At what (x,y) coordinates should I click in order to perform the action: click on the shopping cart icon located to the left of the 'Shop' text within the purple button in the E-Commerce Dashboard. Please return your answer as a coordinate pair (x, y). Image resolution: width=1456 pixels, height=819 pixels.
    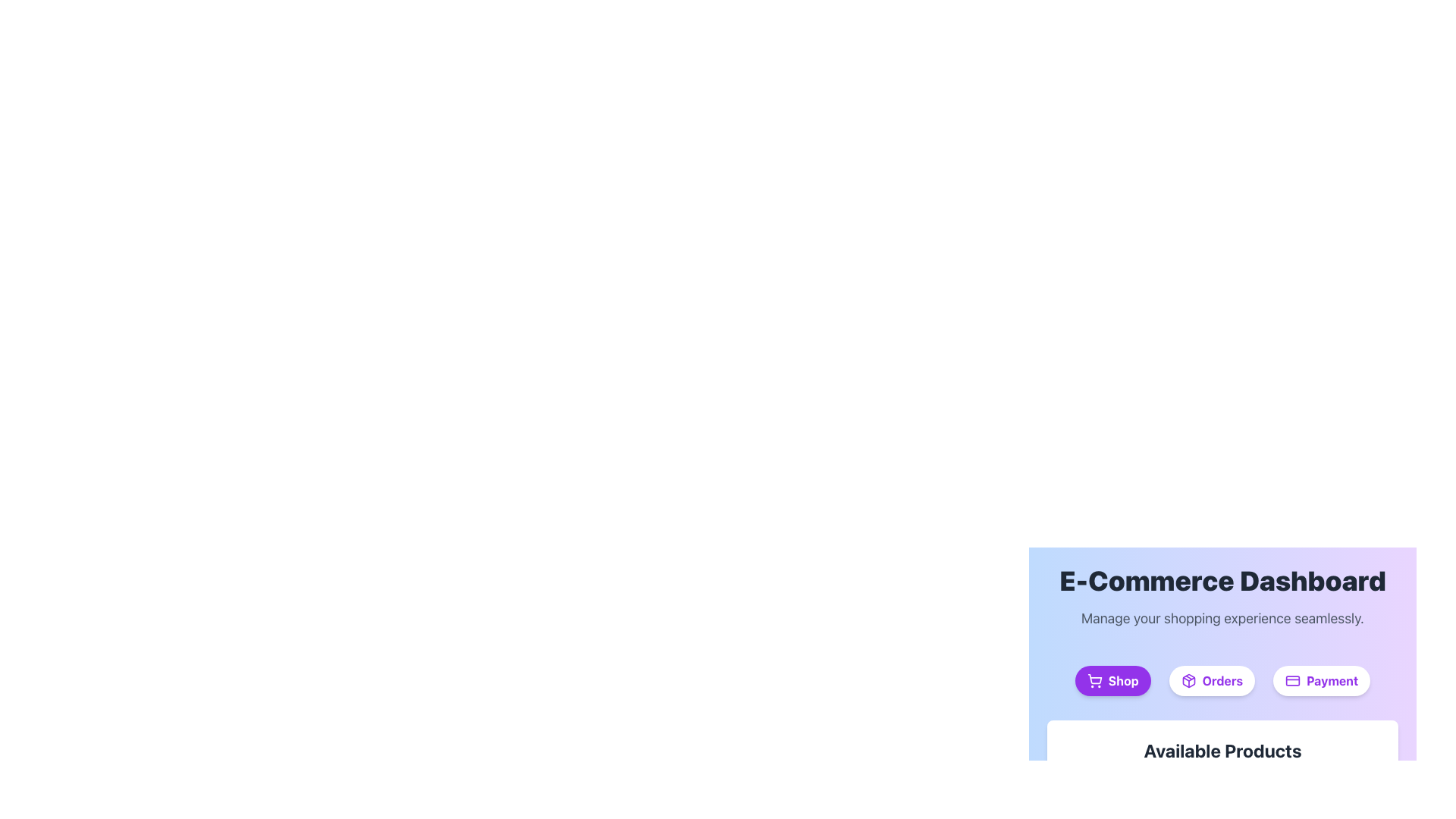
    Looking at the image, I should click on (1094, 680).